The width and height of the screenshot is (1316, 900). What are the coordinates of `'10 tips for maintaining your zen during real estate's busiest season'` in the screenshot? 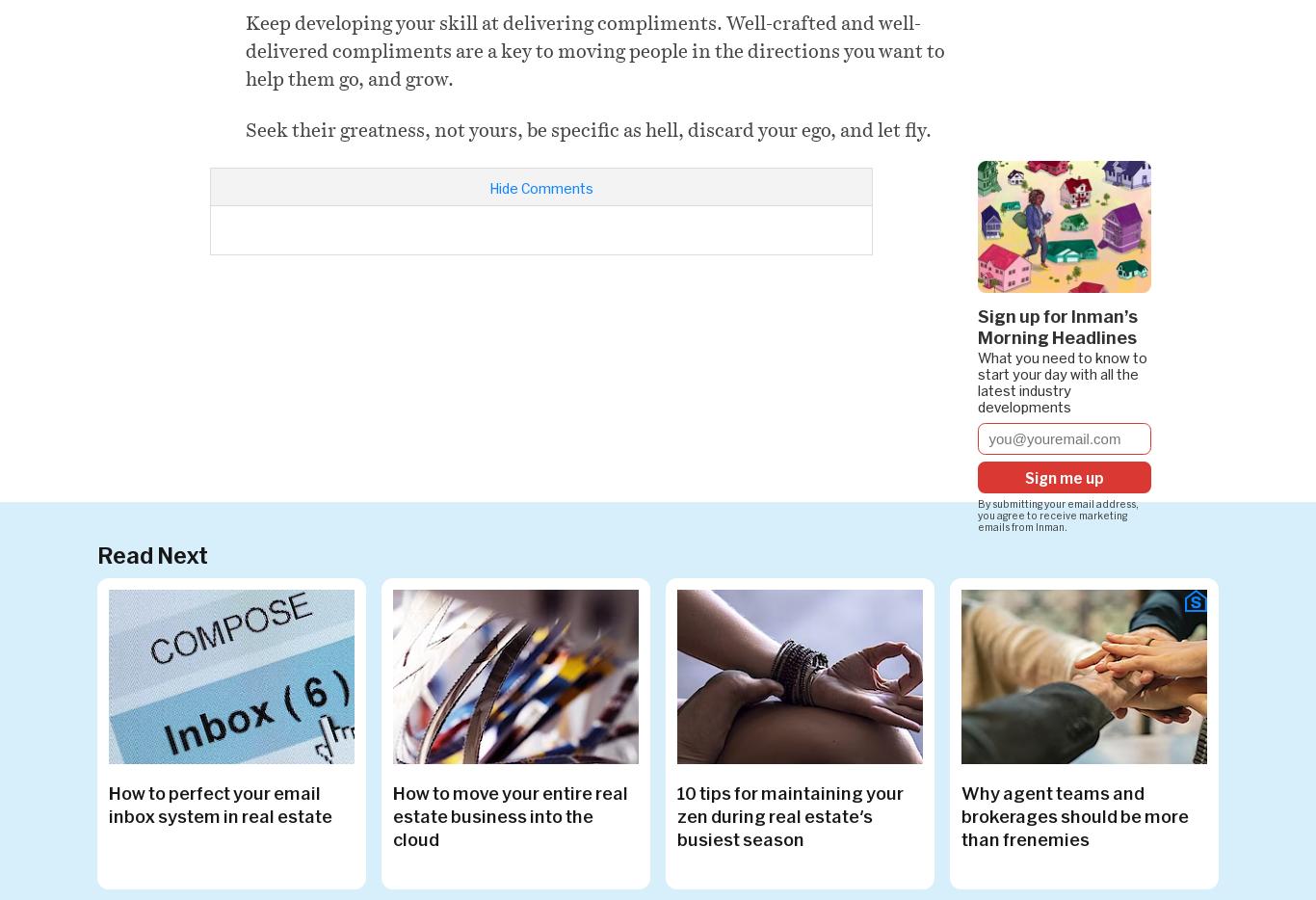 It's located at (788, 814).